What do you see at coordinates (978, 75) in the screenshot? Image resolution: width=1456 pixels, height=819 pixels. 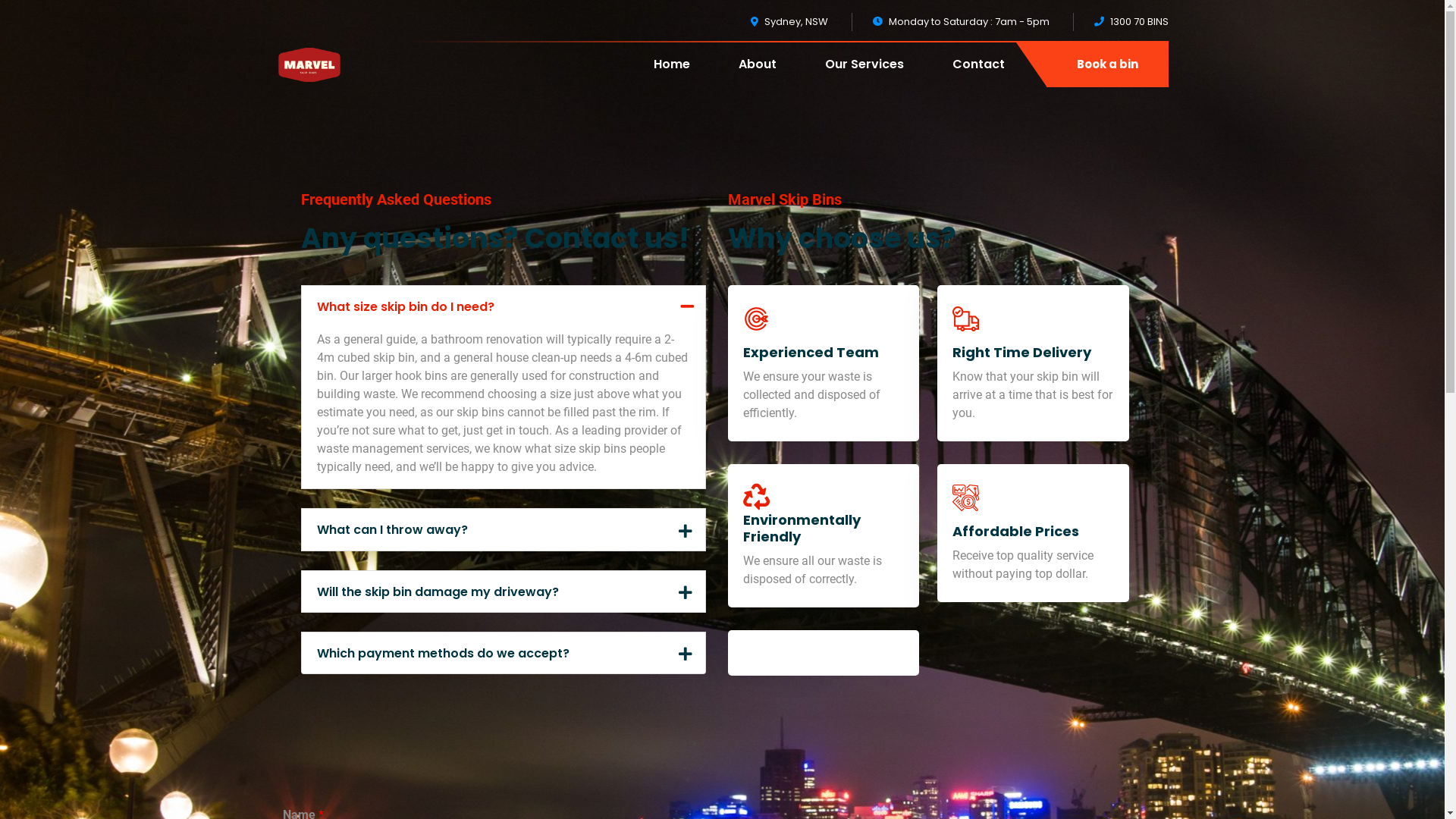 I see `'Contact'` at bounding box center [978, 75].